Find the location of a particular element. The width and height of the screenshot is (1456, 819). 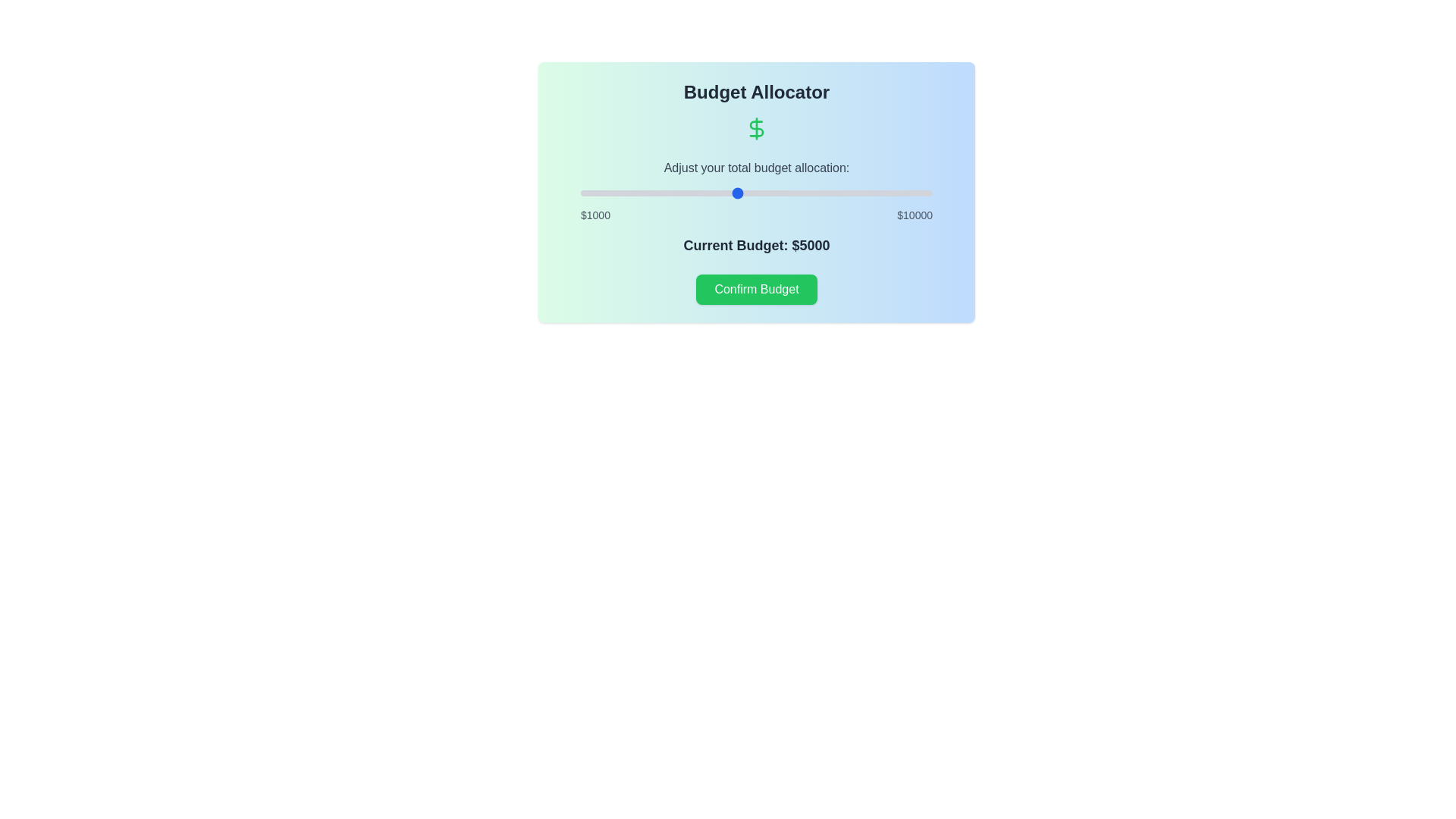

the 'Confirm Budget' button is located at coordinates (757, 289).